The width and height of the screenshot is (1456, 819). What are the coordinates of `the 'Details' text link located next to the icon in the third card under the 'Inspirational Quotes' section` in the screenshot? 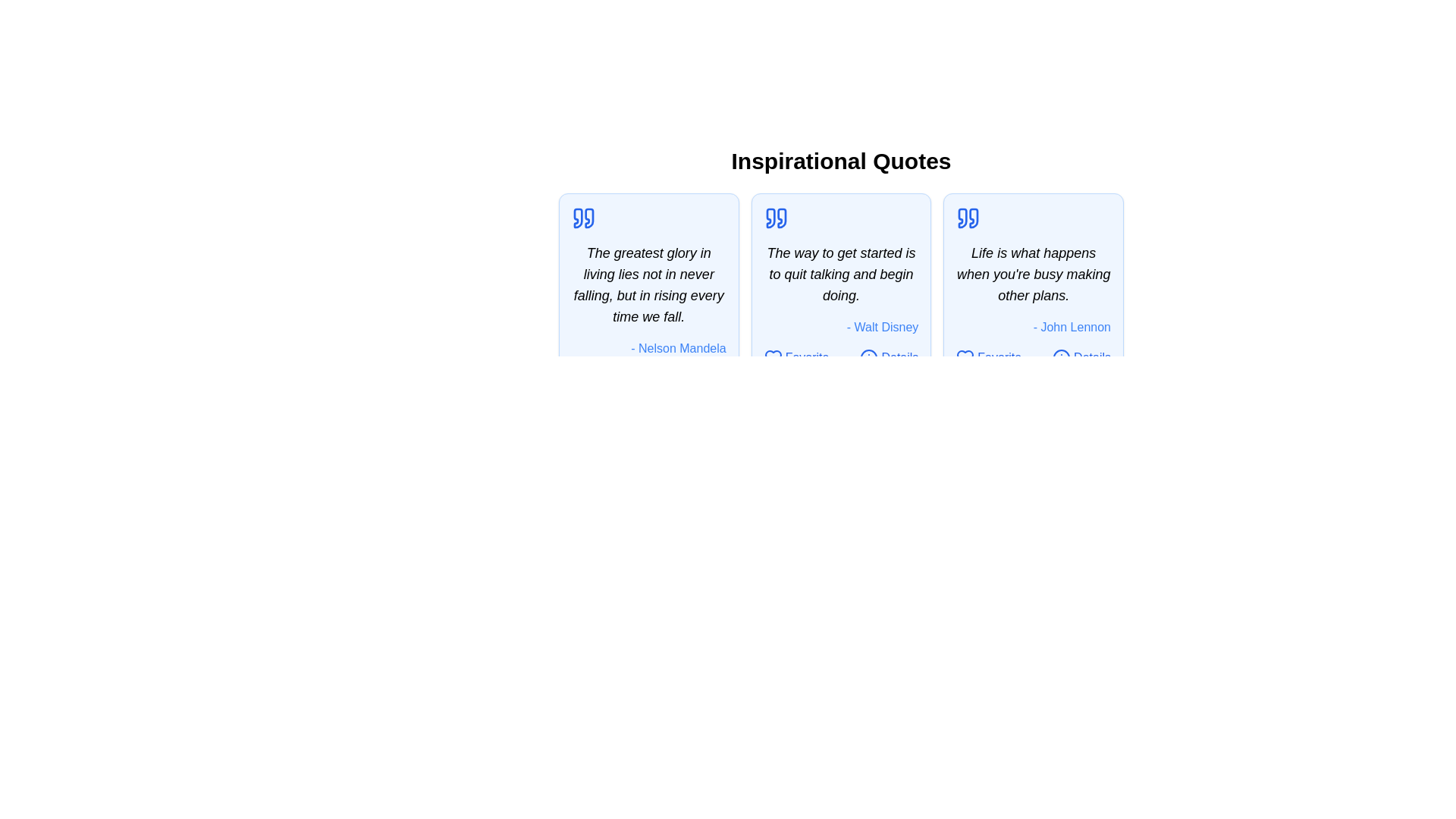 It's located at (1092, 357).